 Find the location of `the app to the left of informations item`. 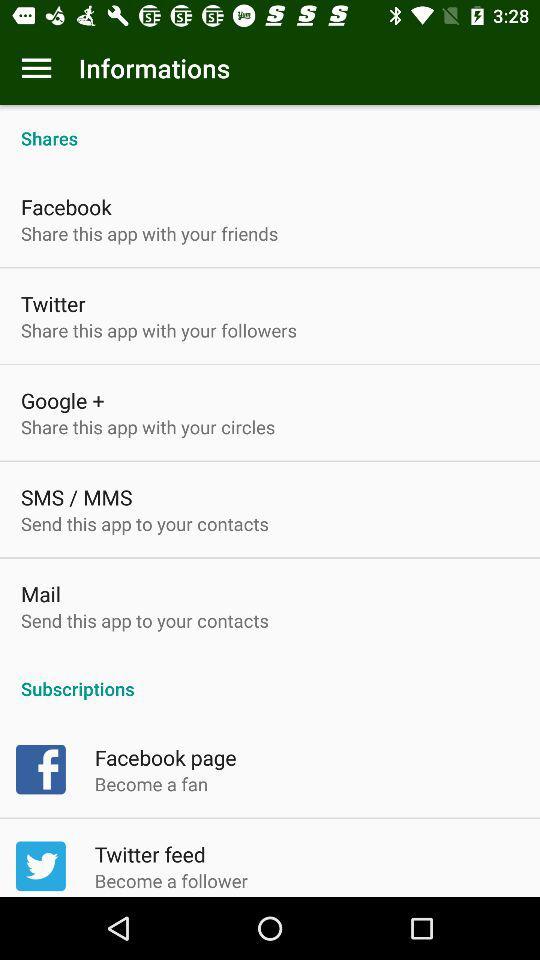

the app to the left of informations item is located at coordinates (36, 68).